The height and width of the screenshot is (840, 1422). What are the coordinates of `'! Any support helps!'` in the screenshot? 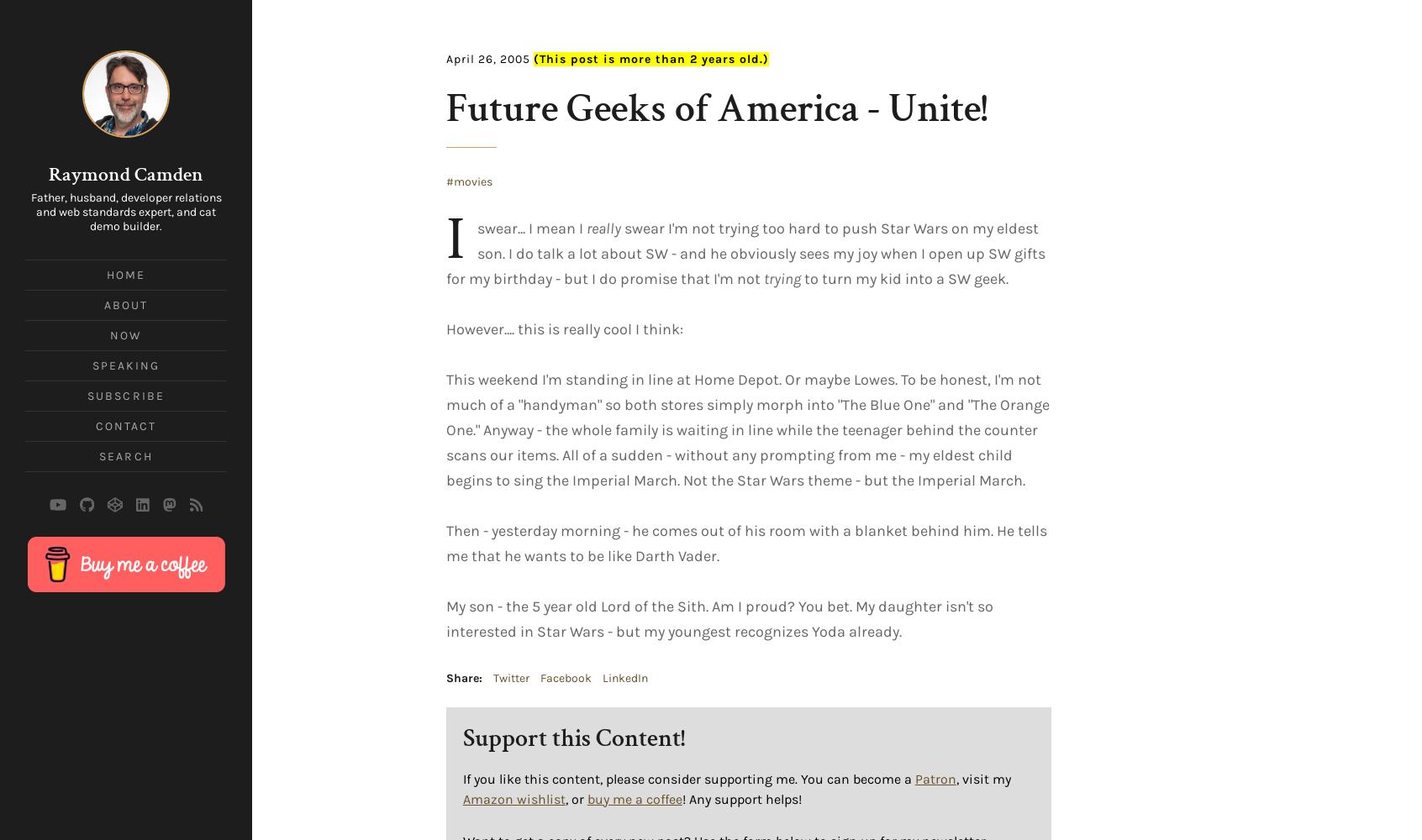 It's located at (740, 797).